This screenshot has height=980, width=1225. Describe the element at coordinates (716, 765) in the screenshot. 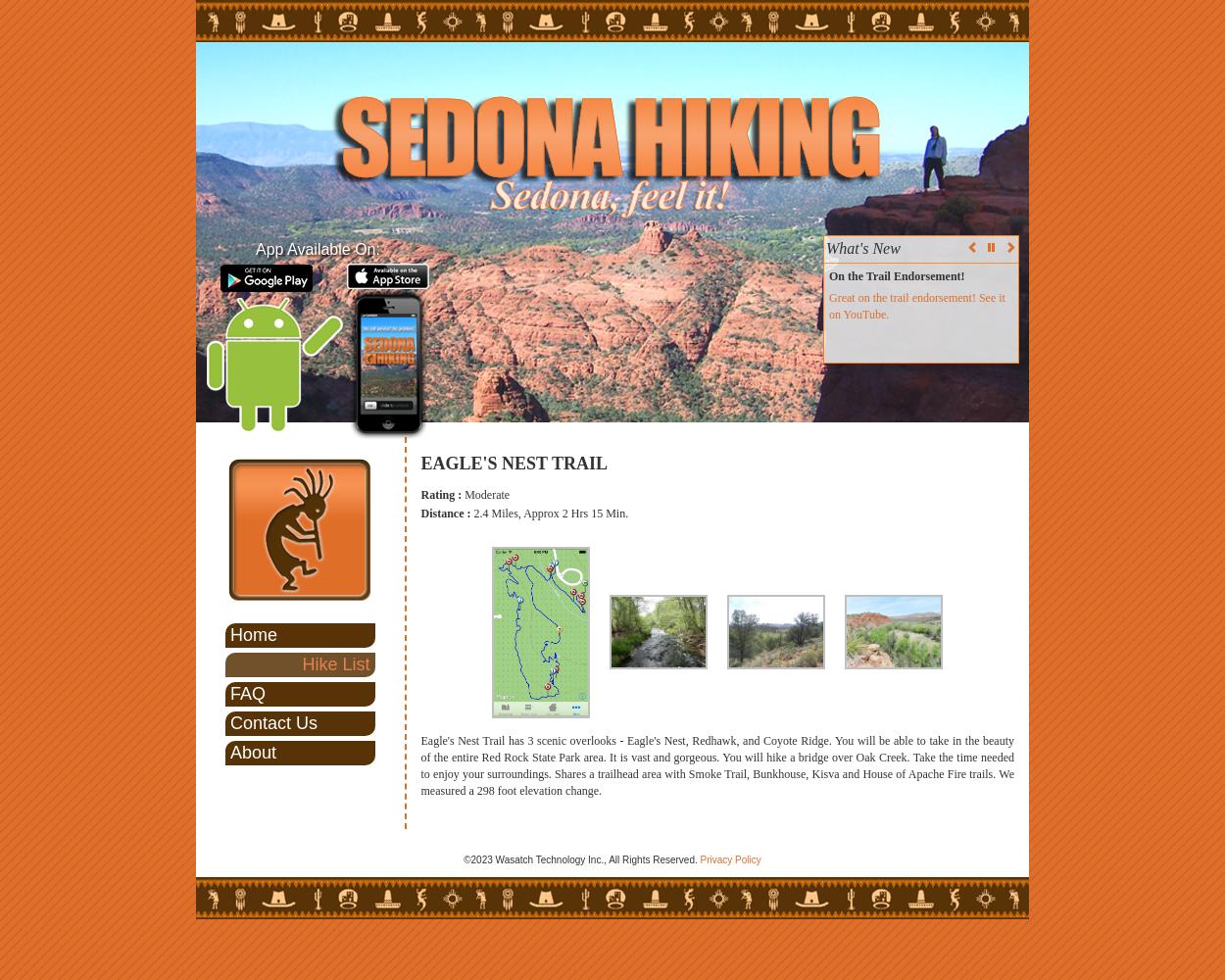

I see `'Eagle's Nest Trail has 3 scenic overlooks - Eagle's Nest, Redhawk, and Coyote Ridge. You will be able to take in the beauty of the entire Red Rock State Park area. It is vast and gorgeous. You will hike a bridge over Oak Creek. Take the time needed to enjoy your surroundings. Shares a trailhead area with Smoke Trail, Bunkhouse, Kisva and House of Apache Fire trails. We measured a 298 foot elevation change.'` at that location.